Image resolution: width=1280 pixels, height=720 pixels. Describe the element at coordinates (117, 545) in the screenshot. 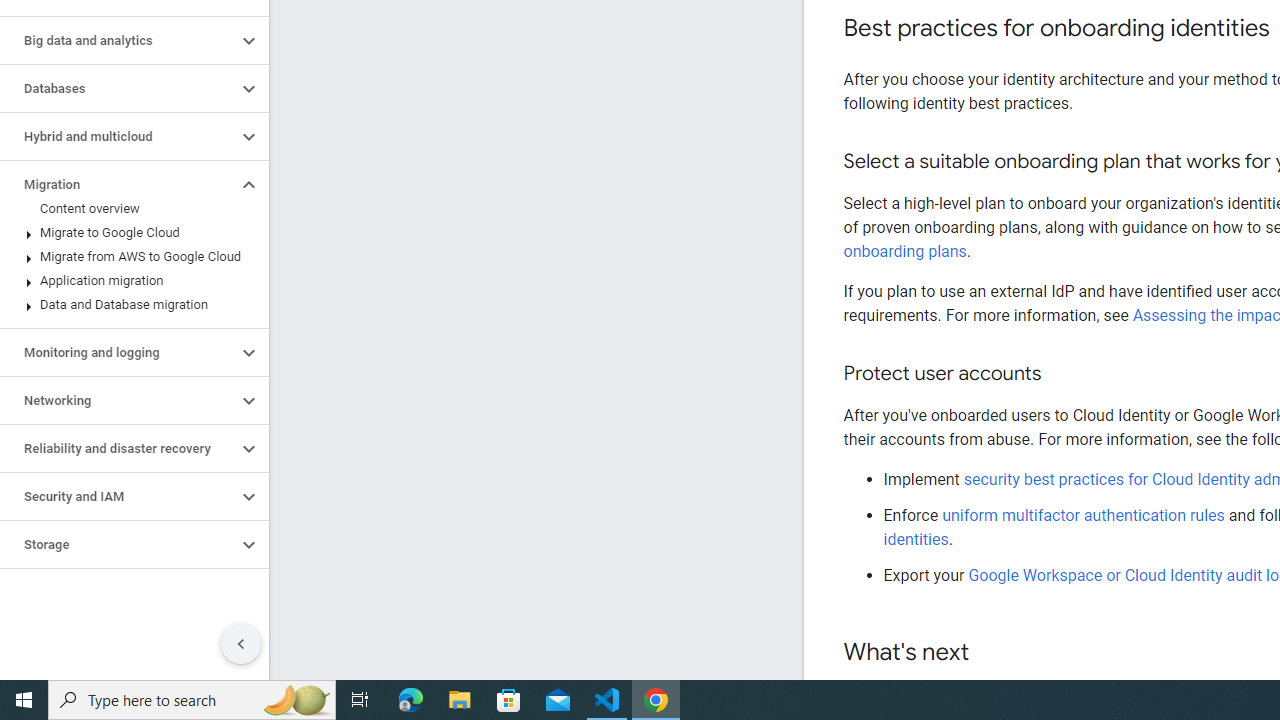

I see `'Storage'` at that location.